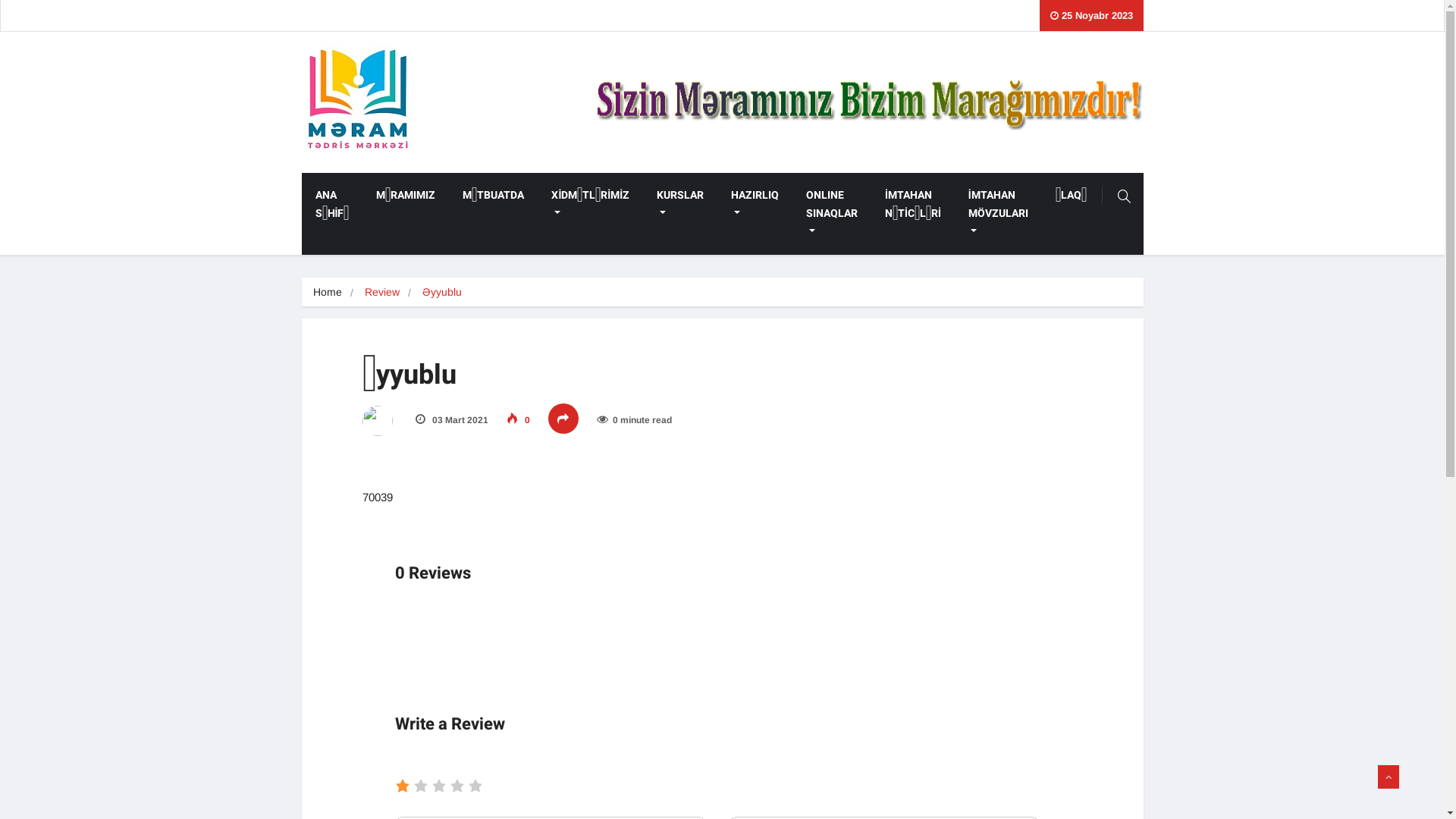 This screenshot has width=1456, height=819. Describe the element at coordinates (1388, 776) in the screenshot. I see `'Back to Top'` at that location.